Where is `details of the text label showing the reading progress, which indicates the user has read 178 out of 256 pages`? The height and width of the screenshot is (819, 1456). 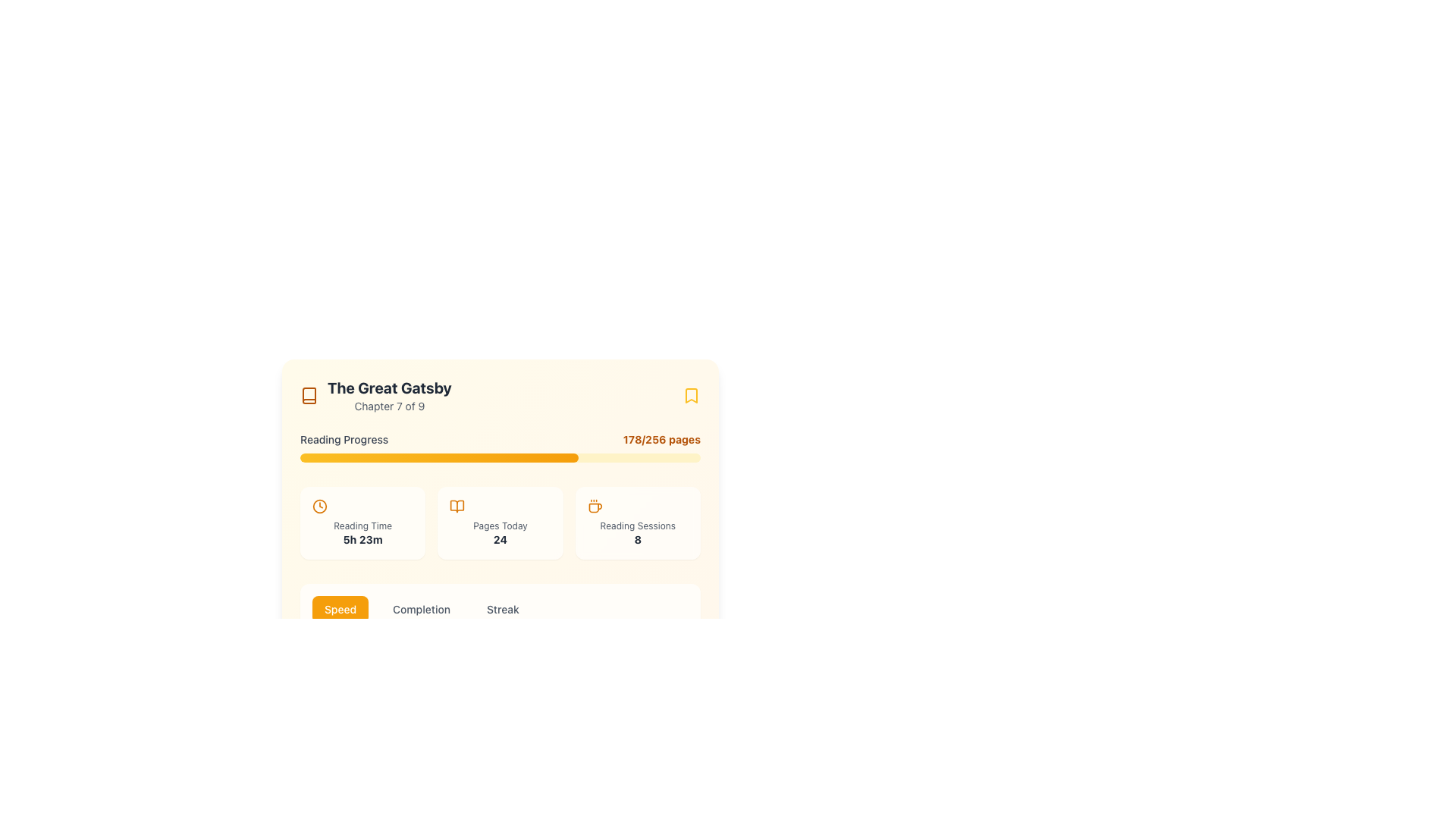 details of the text label showing the reading progress, which indicates the user has read 178 out of 256 pages is located at coordinates (662, 439).